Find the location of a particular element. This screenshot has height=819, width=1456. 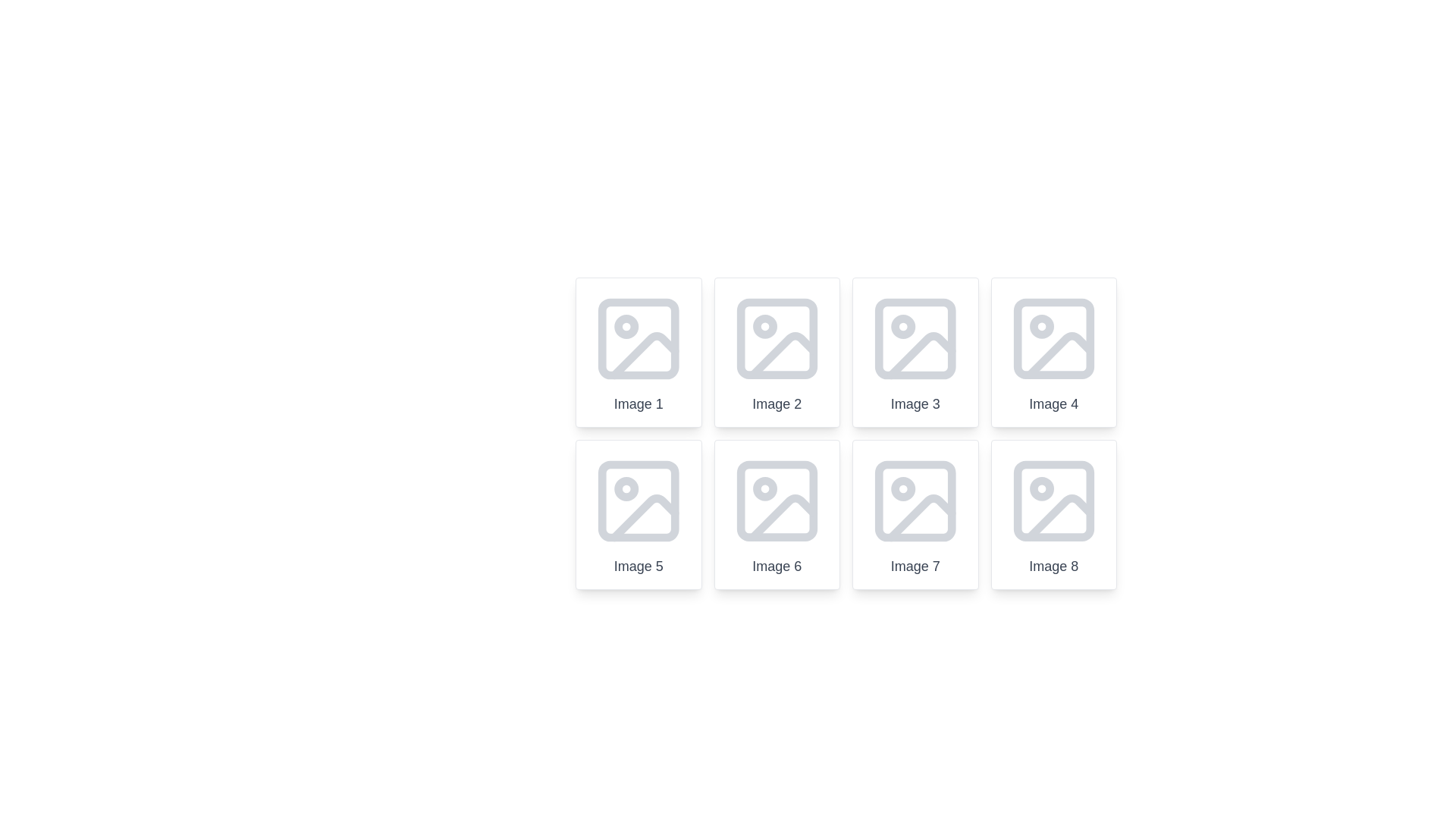

the Icon Decoration Shape, which is a rounded rectangle with a border radius of 2 units, located within the 'Image 8' tile at the bottom-right corner of the grid is located at coordinates (1053, 500).